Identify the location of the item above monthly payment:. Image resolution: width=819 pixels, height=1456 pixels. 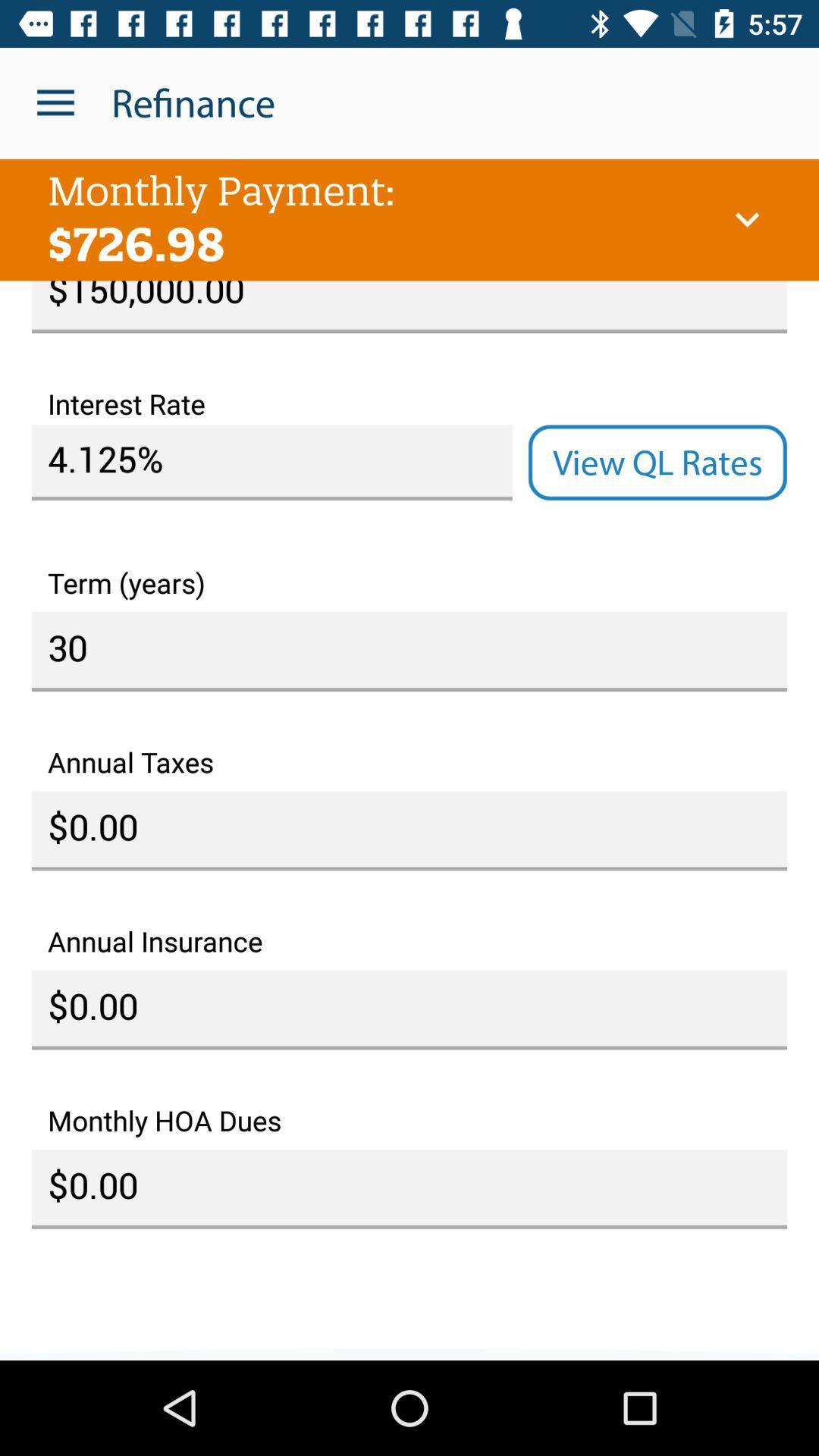
(55, 102).